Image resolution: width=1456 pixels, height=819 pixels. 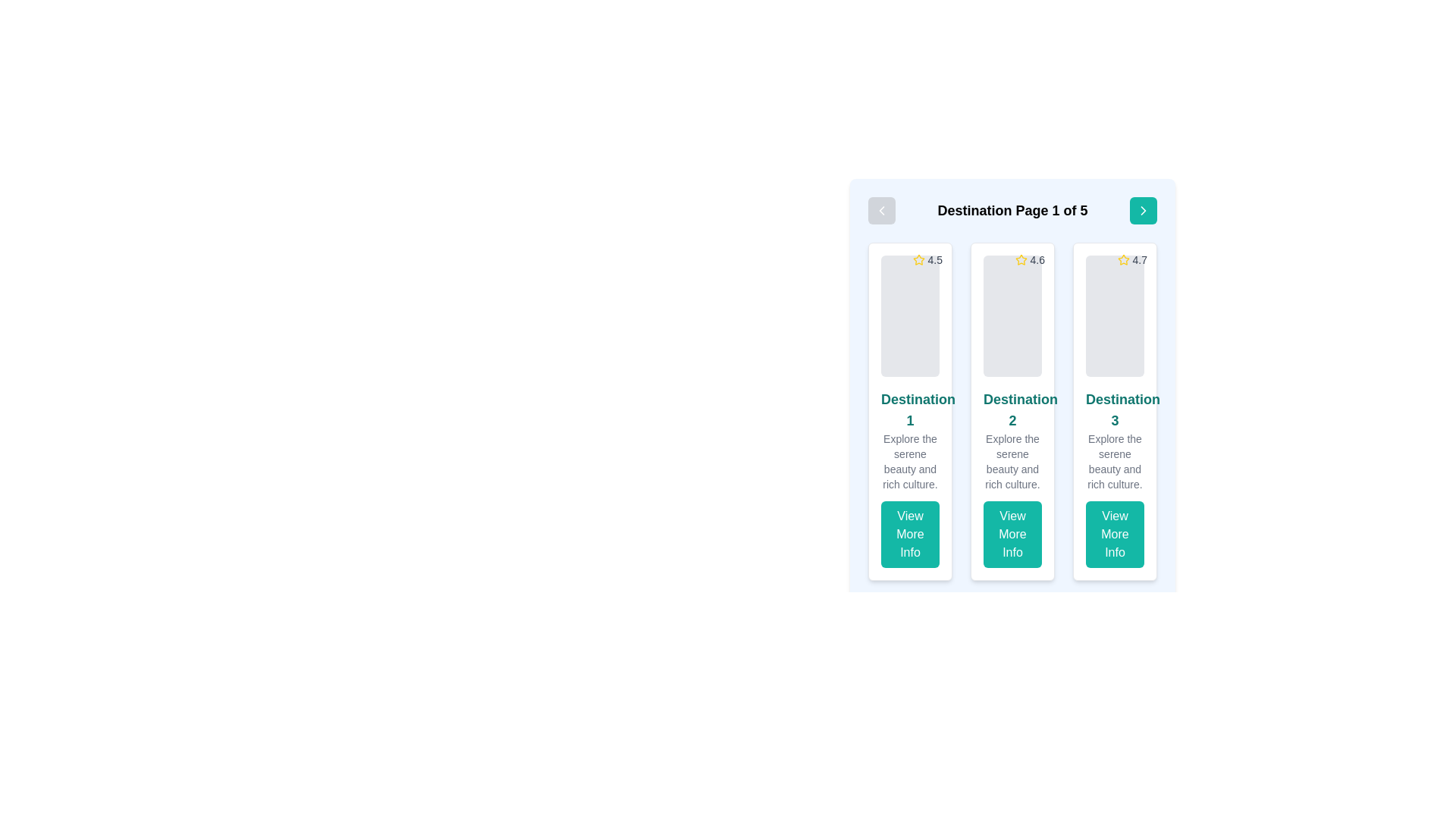 What do you see at coordinates (1012, 210) in the screenshot?
I see `the text label displaying 'Destination Page 1 of 5' which is centered within a horizontal bar at the top of the interface` at bounding box center [1012, 210].